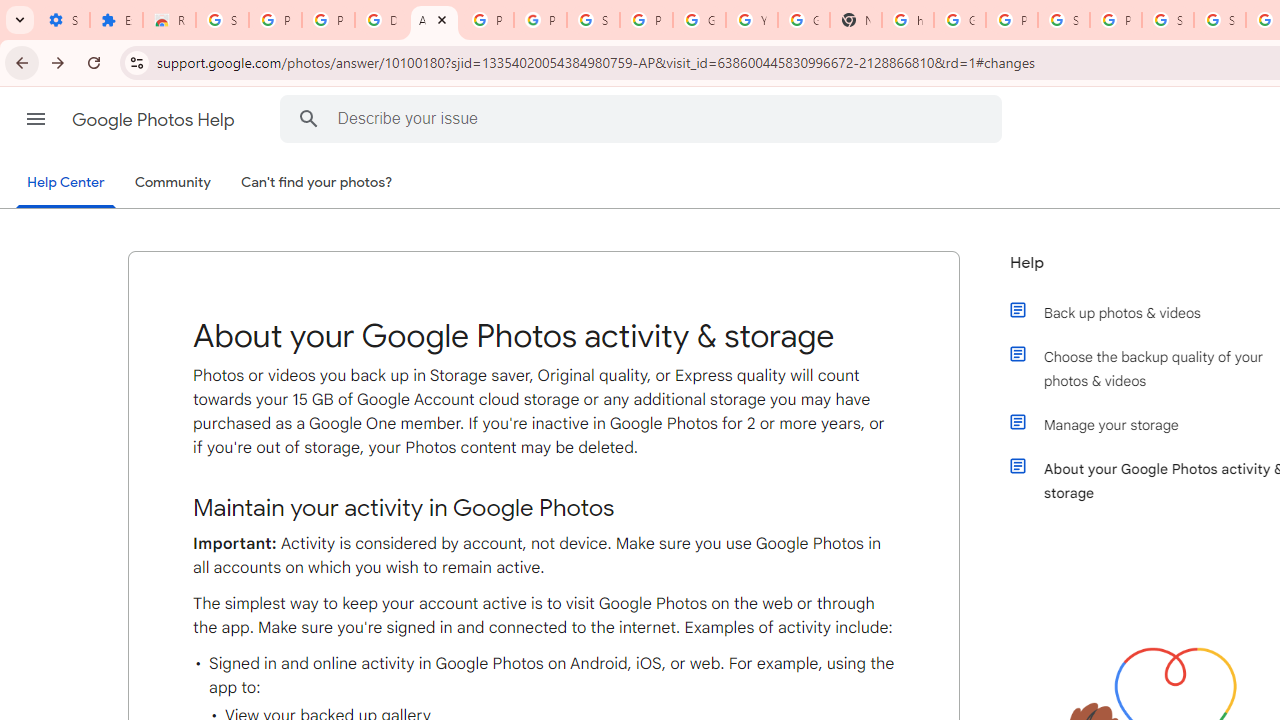  I want to click on 'Main menu', so click(35, 119).